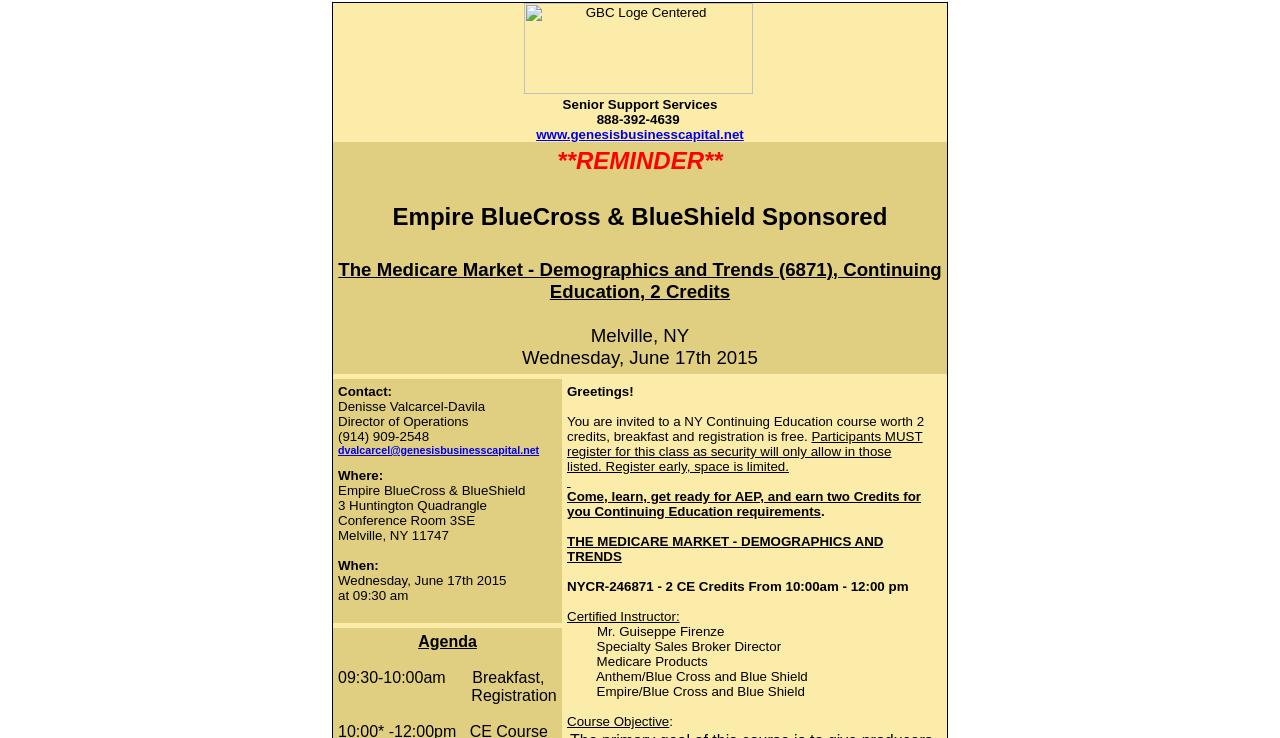 Image resolution: width=1280 pixels, height=738 pixels. I want to click on 'Come, learn, get ready for AEP, and earn two Credits for you Continuing Education requirements', so click(566, 503).